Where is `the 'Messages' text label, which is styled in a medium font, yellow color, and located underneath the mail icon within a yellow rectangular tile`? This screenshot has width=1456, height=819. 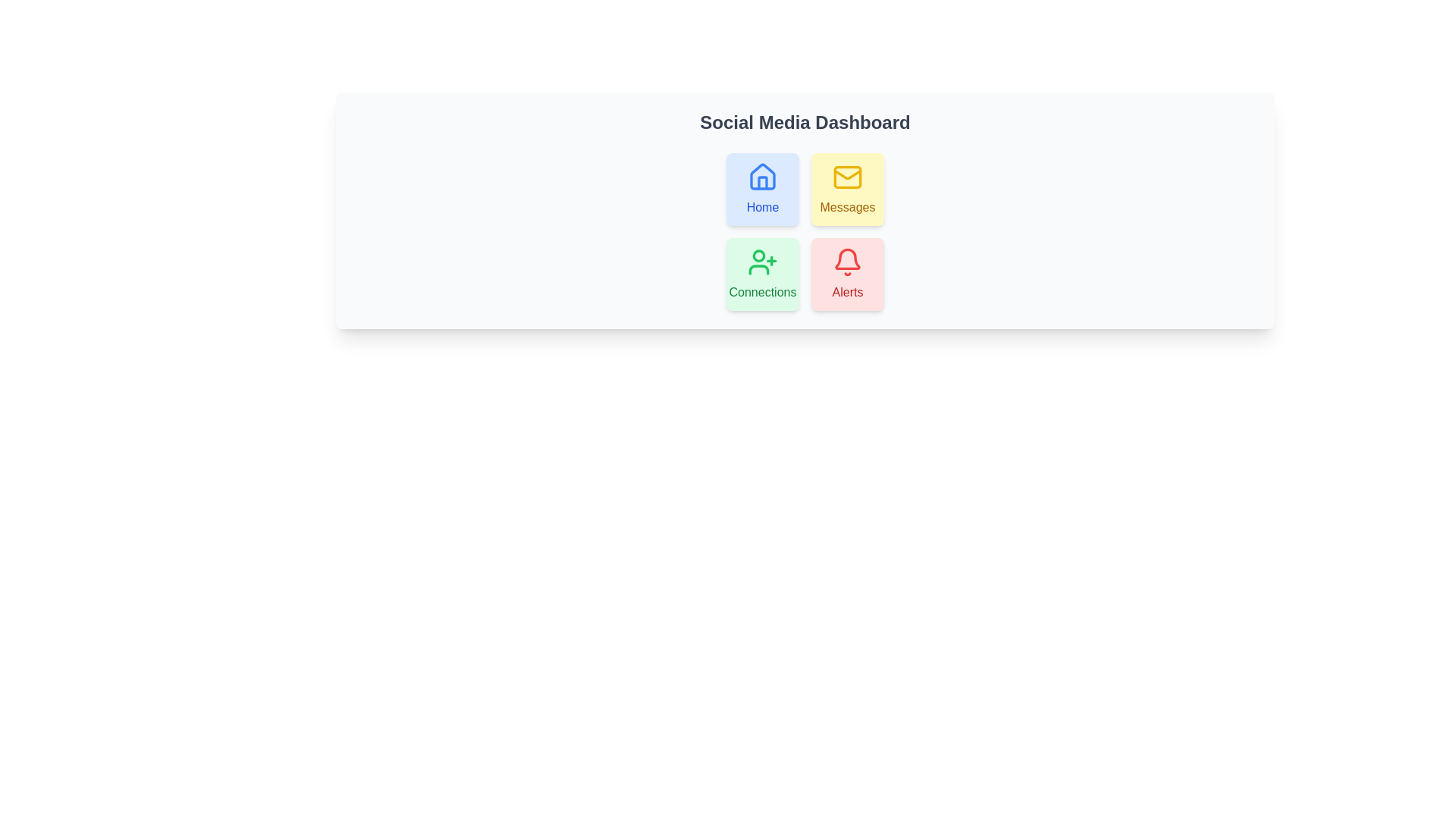
the 'Messages' text label, which is styled in a medium font, yellow color, and located underneath the mail icon within a yellow rectangular tile is located at coordinates (847, 207).